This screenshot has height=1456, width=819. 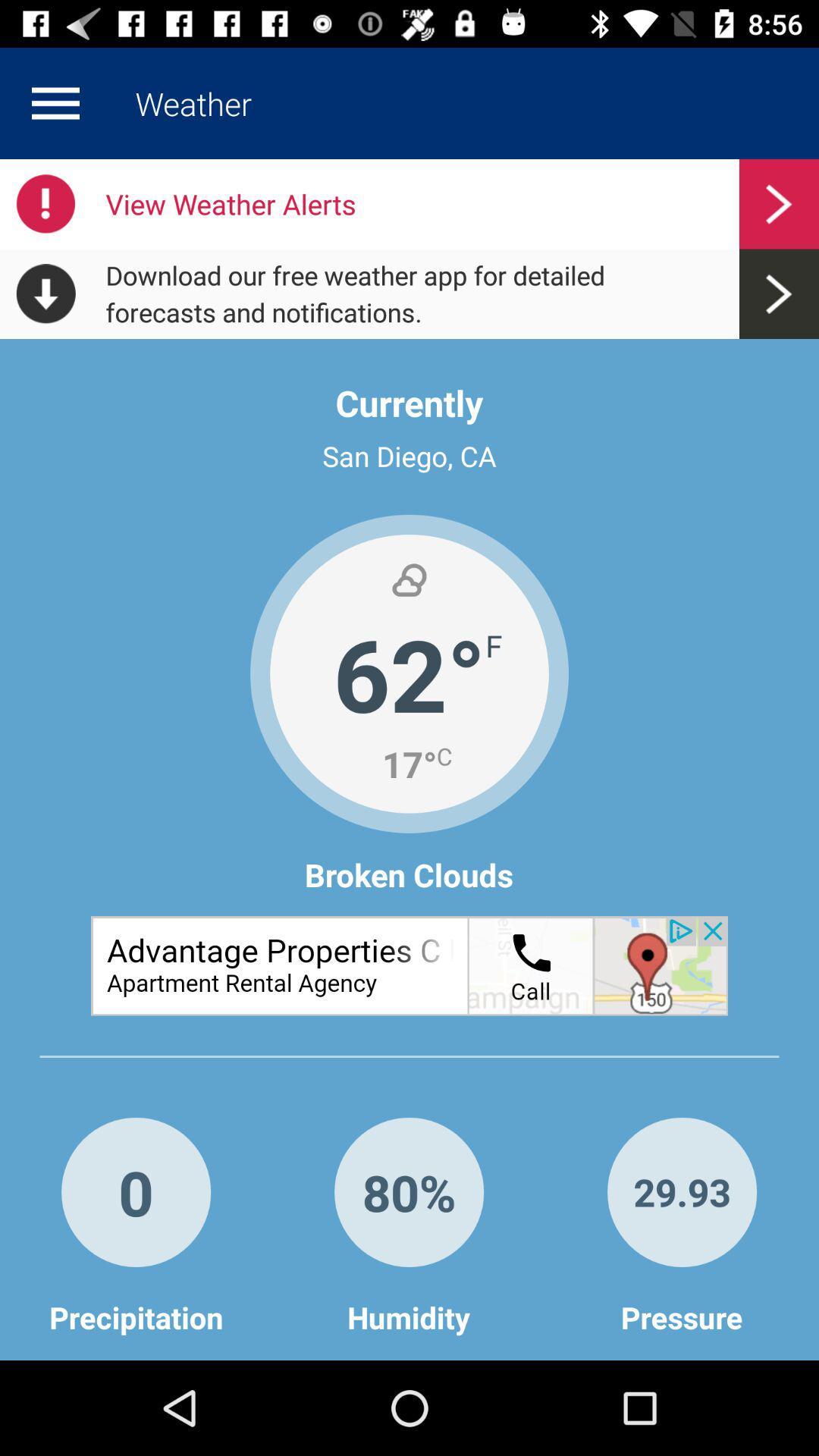 What do you see at coordinates (55, 102) in the screenshot?
I see `main menu` at bounding box center [55, 102].